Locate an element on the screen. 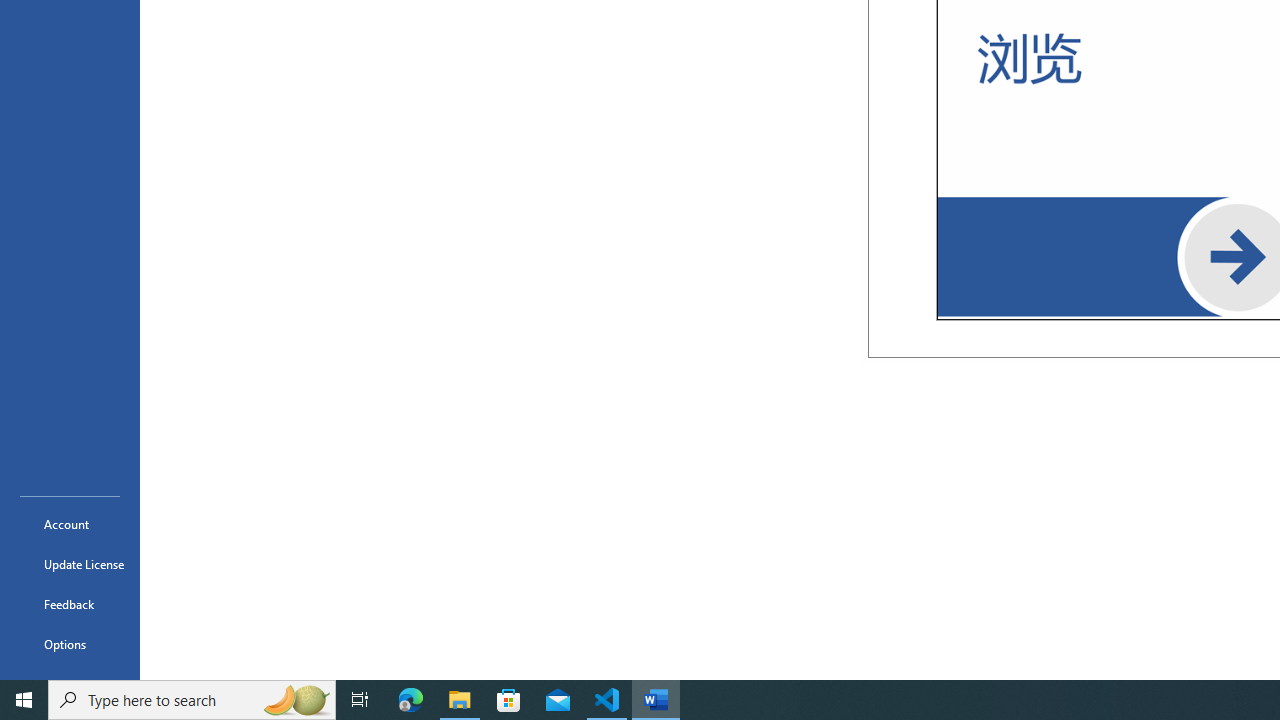 Image resolution: width=1280 pixels, height=720 pixels. 'Options' is located at coordinates (69, 644).